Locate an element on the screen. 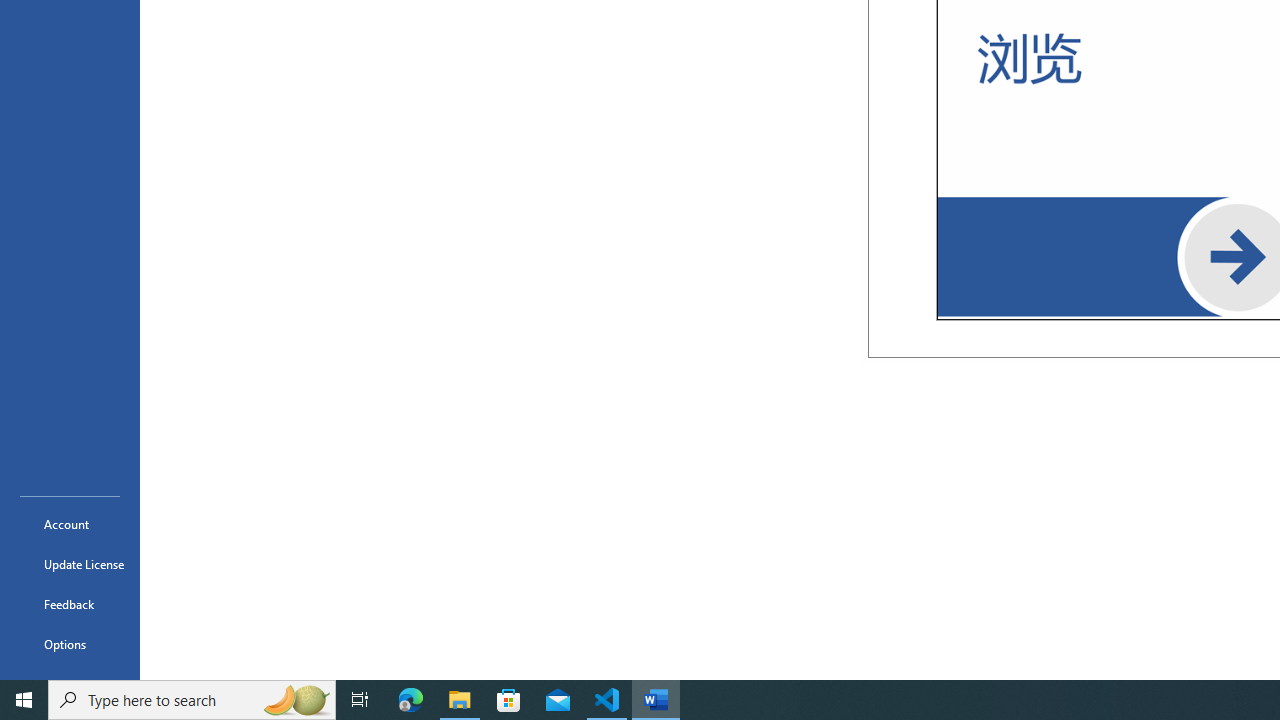 Image resolution: width=1280 pixels, height=720 pixels. 'Options' is located at coordinates (69, 644).